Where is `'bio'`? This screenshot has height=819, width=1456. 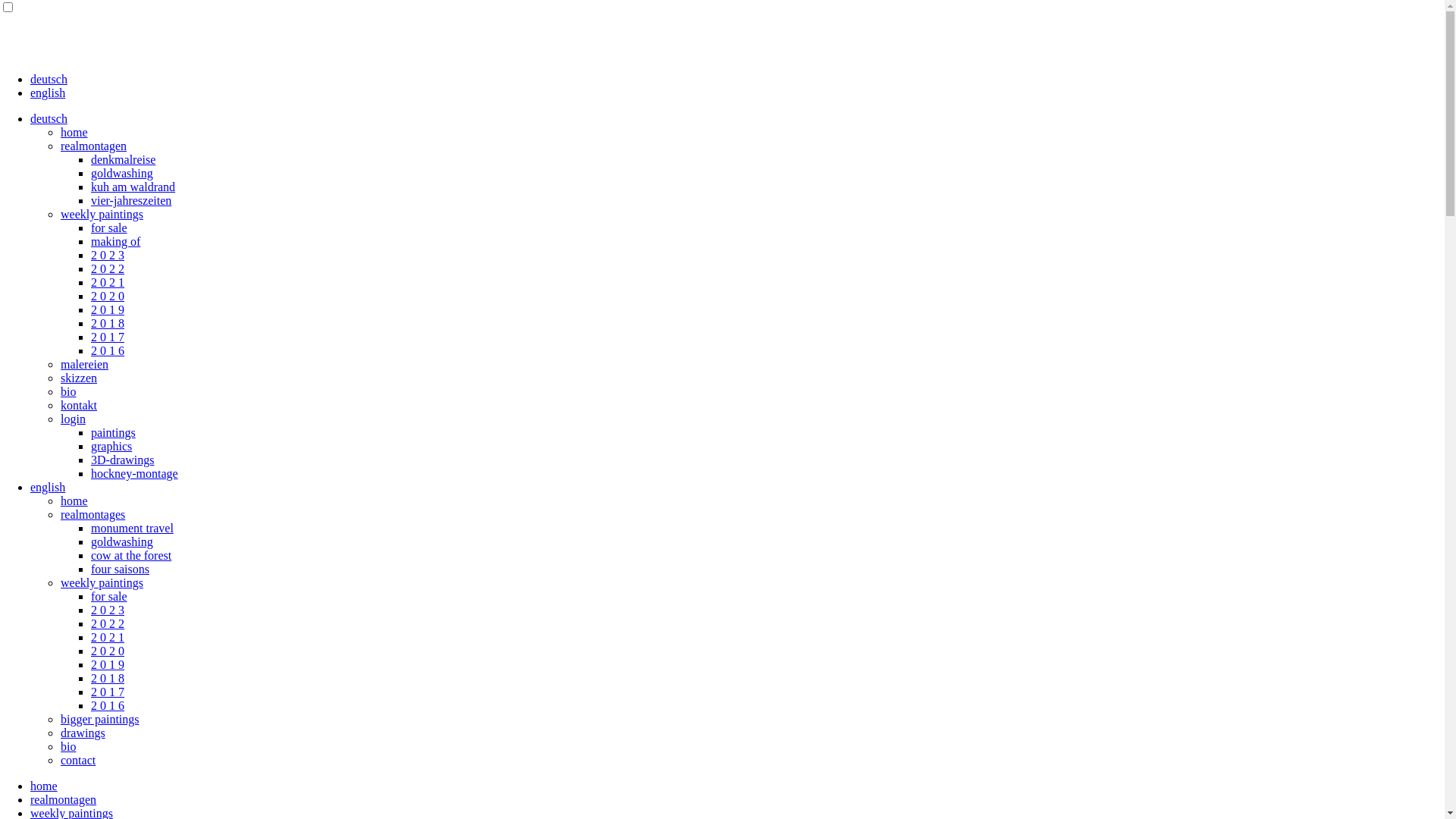 'bio' is located at coordinates (67, 391).